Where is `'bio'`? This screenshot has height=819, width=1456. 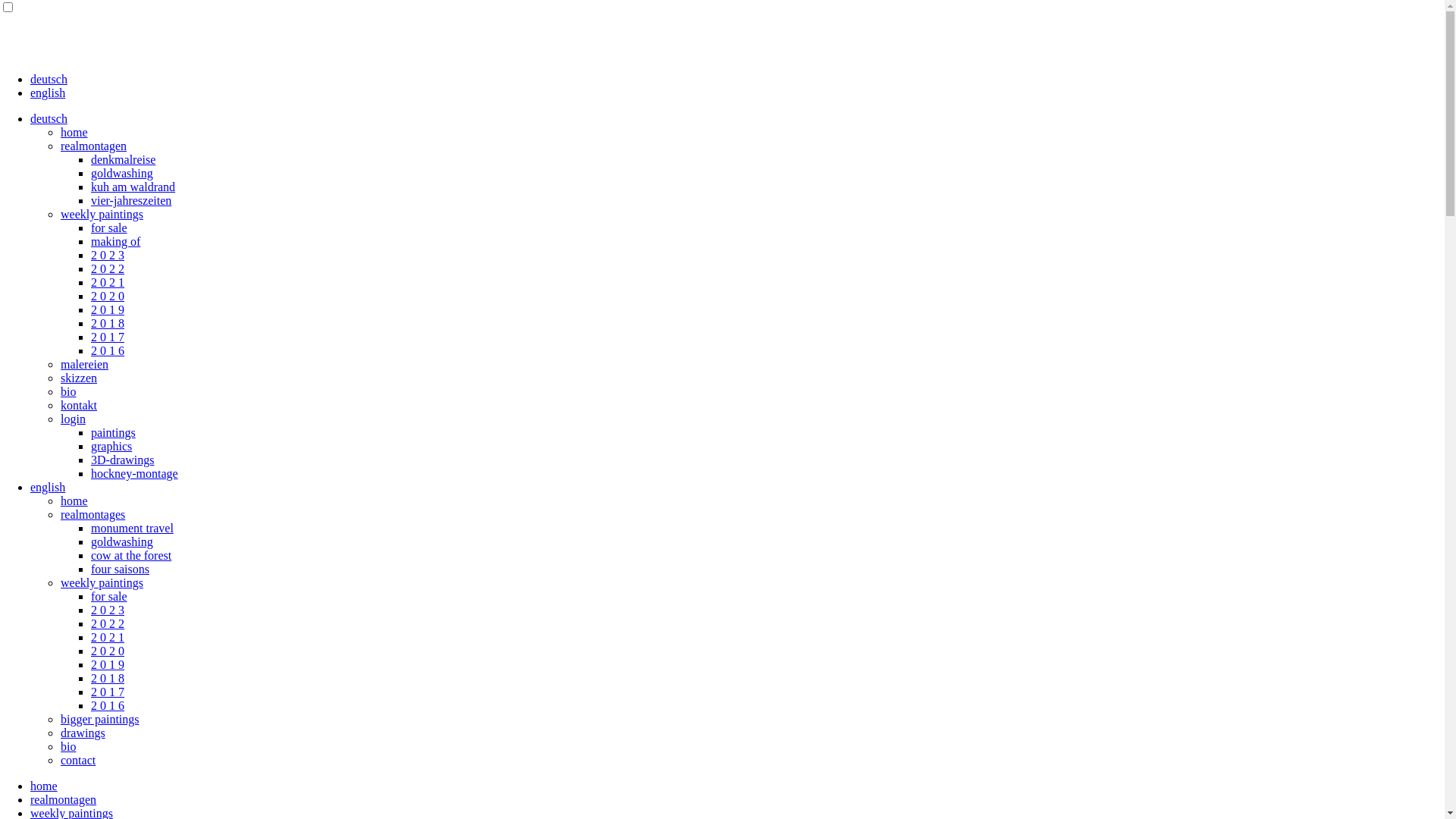 'bio' is located at coordinates (67, 391).